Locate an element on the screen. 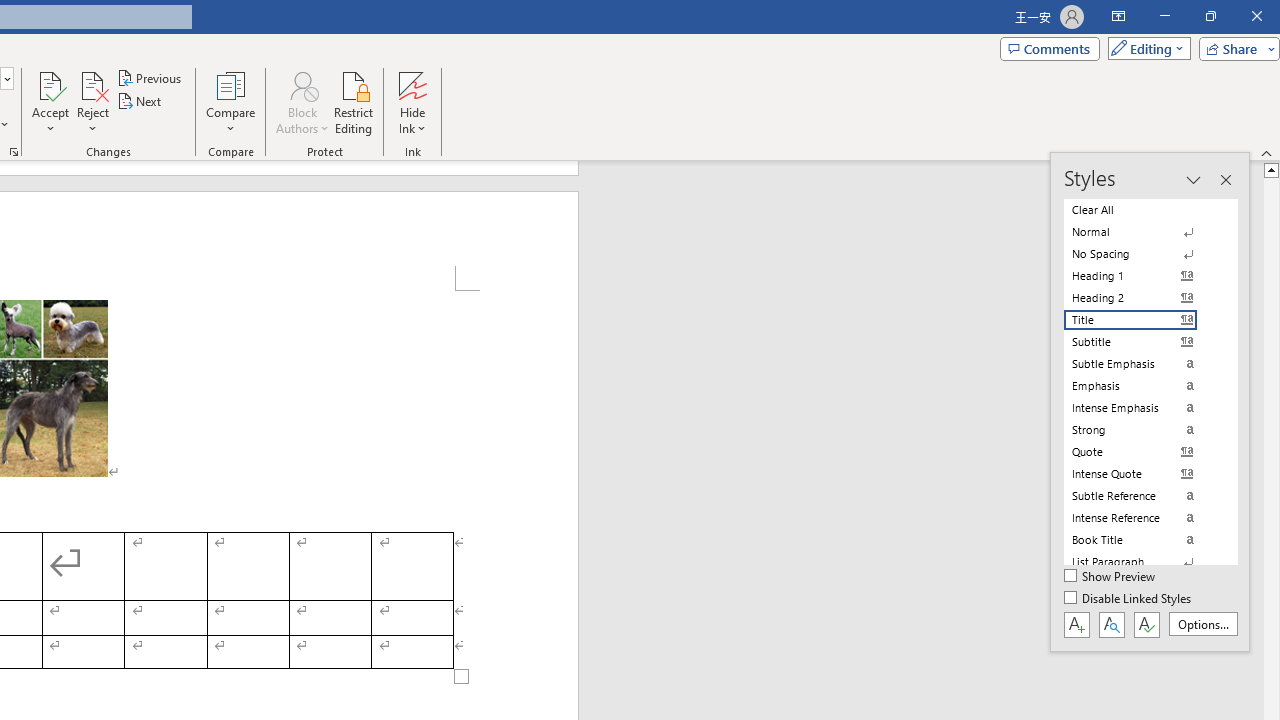 Image resolution: width=1280 pixels, height=720 pixels. 'Hide Ink' is located at coordinates (411, 84).